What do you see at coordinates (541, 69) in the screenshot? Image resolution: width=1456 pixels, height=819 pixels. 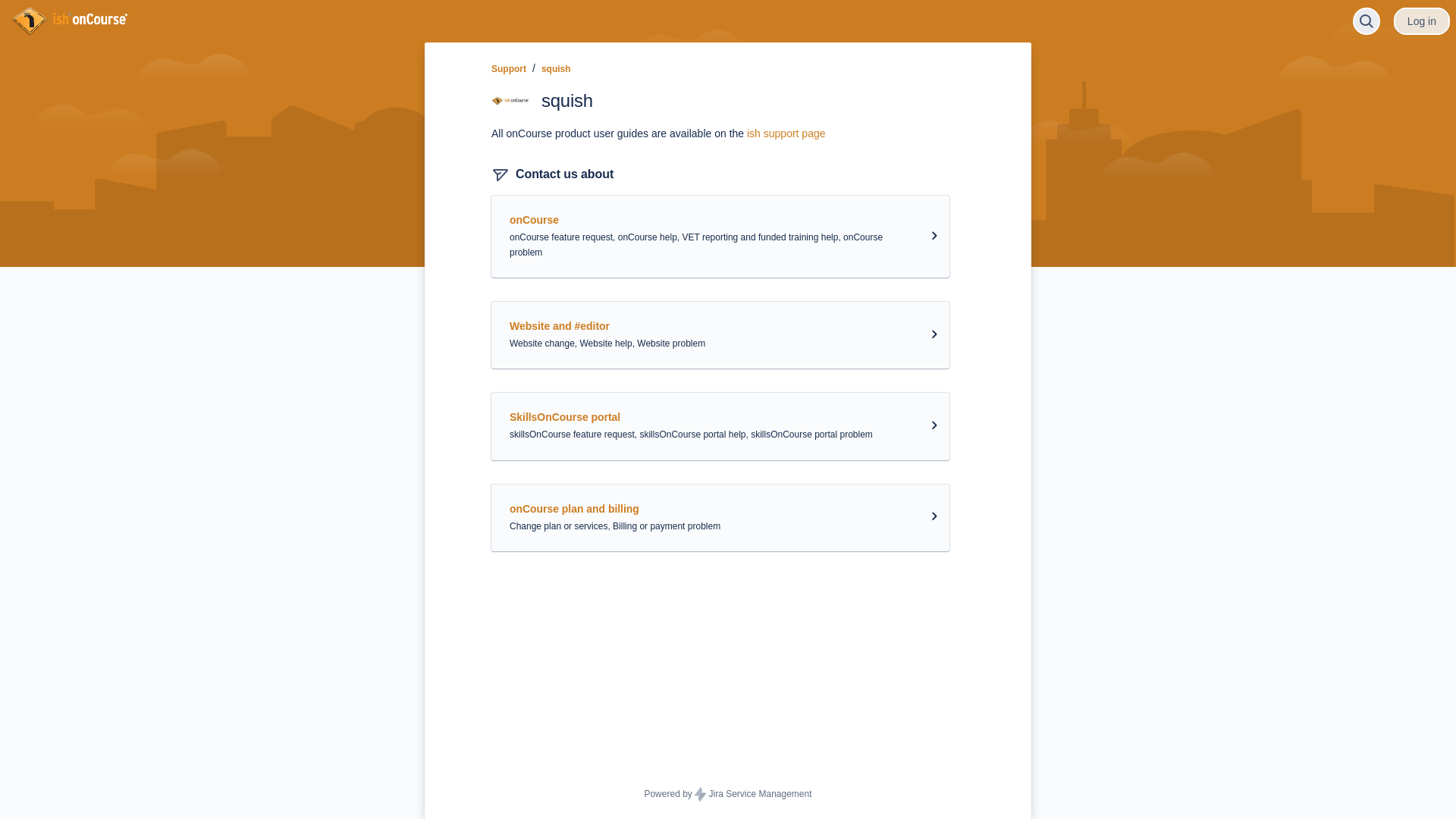 I see `'squish'` at bounding box center [541, 69].